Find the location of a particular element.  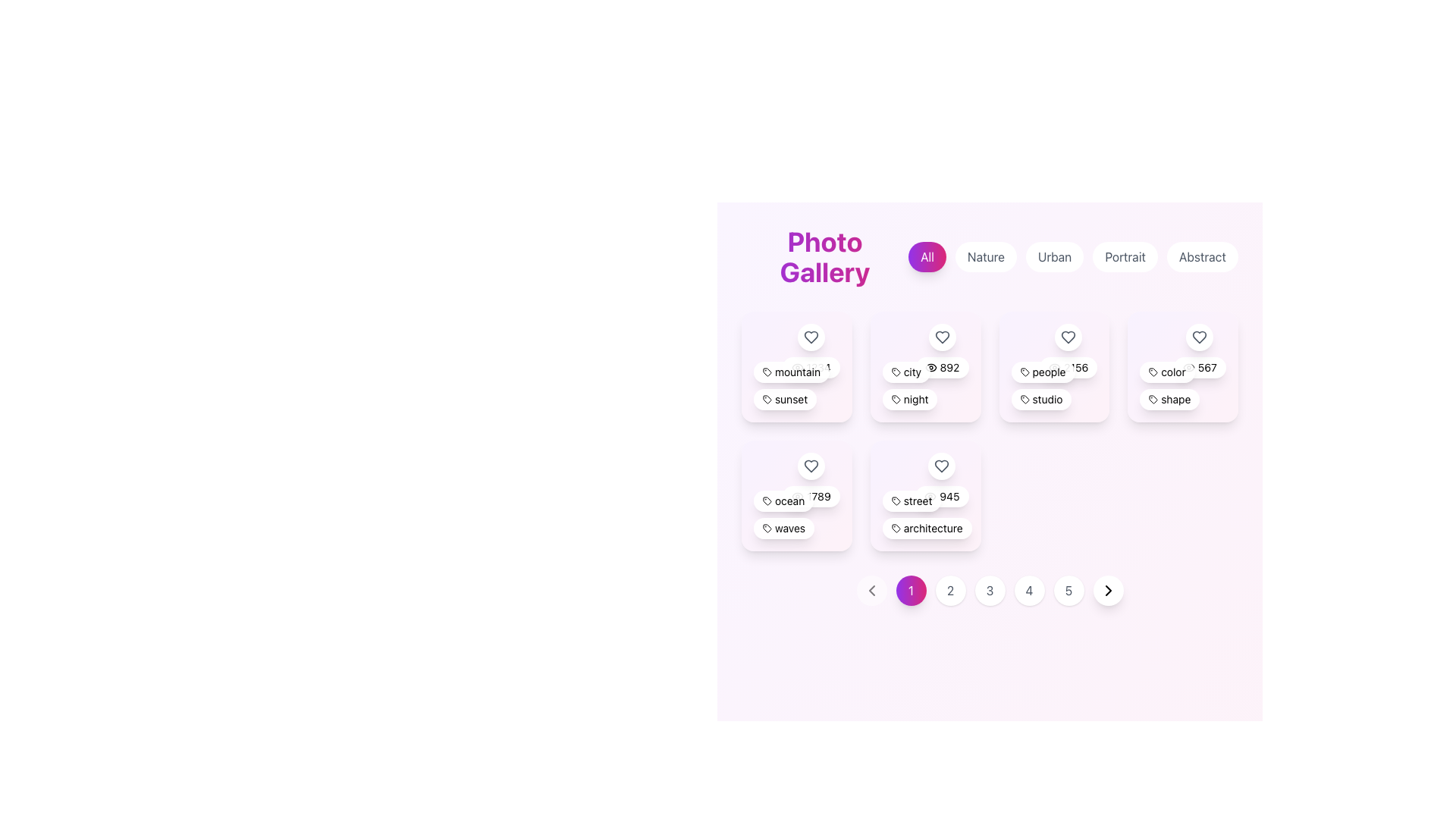

the text label that categorizes the card with the tags 'city' and 'night', located at the bottom center of the second card in the first row of the card grid layout is located at coordinates (924, 384).